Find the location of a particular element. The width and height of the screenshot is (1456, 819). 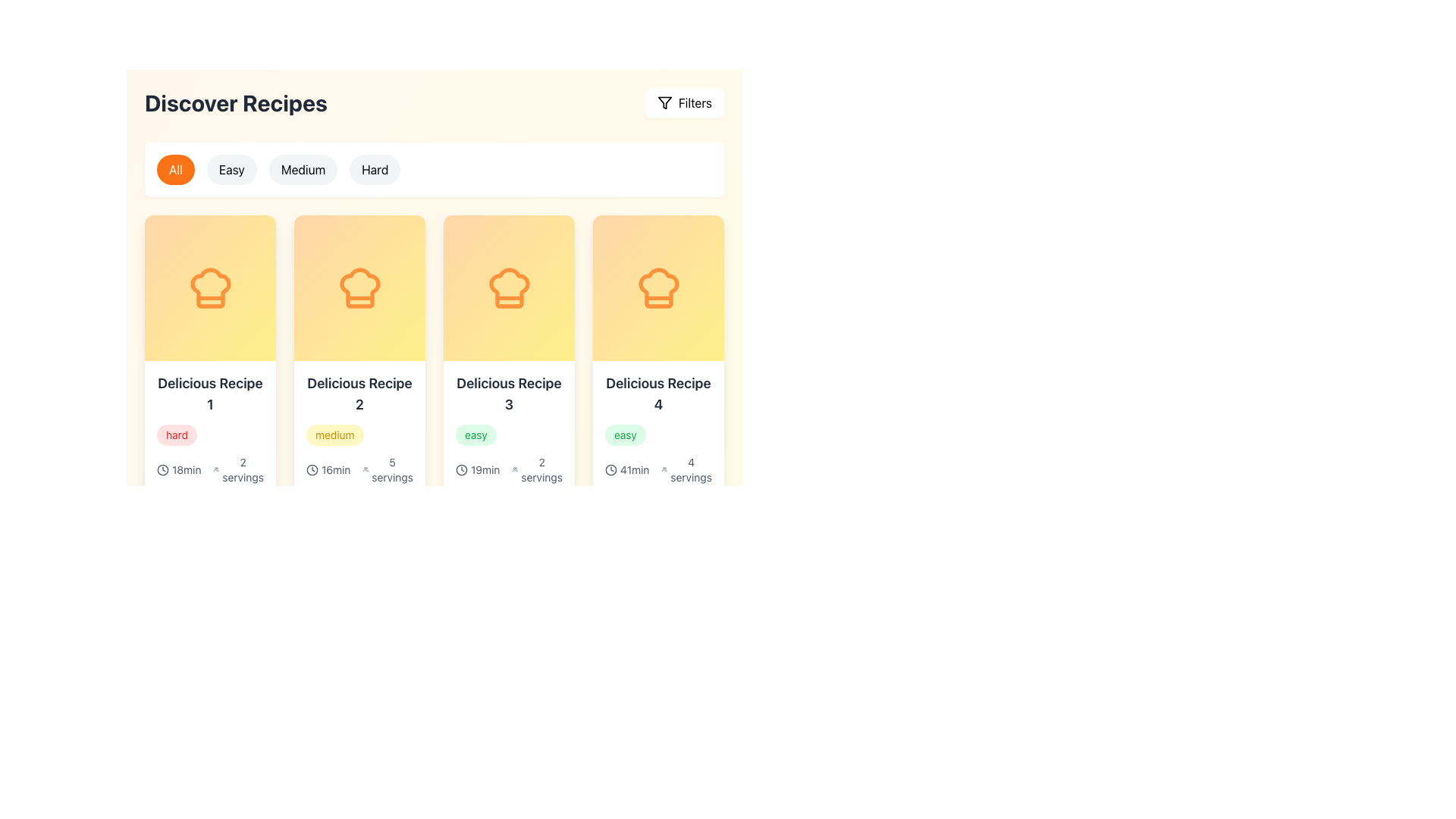

the orange chef's hat icon located on a yellow background in the third recipe card, just above the title 'Delicious Recipe 3' is located at coordinates (509, 287).